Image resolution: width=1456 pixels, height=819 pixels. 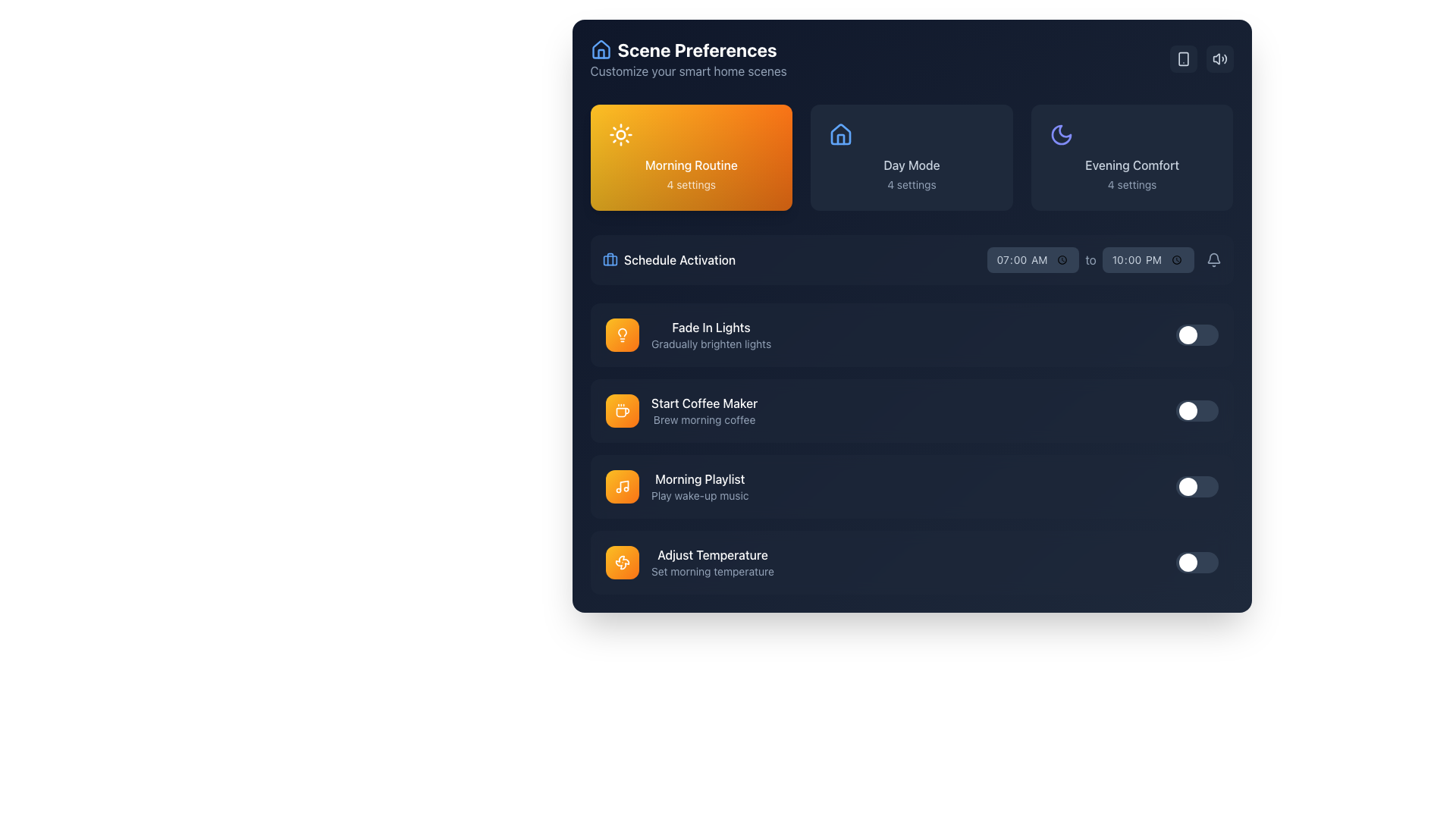 What do you see at coordinates (711, 555) in the screenshot?
I see `the text label displaying 'Adjust Temperature' which is located beneath the 'Schedule Activation' section, specifically as the main label of the fourth item in the list of control options` at bounding box center [711, 555].